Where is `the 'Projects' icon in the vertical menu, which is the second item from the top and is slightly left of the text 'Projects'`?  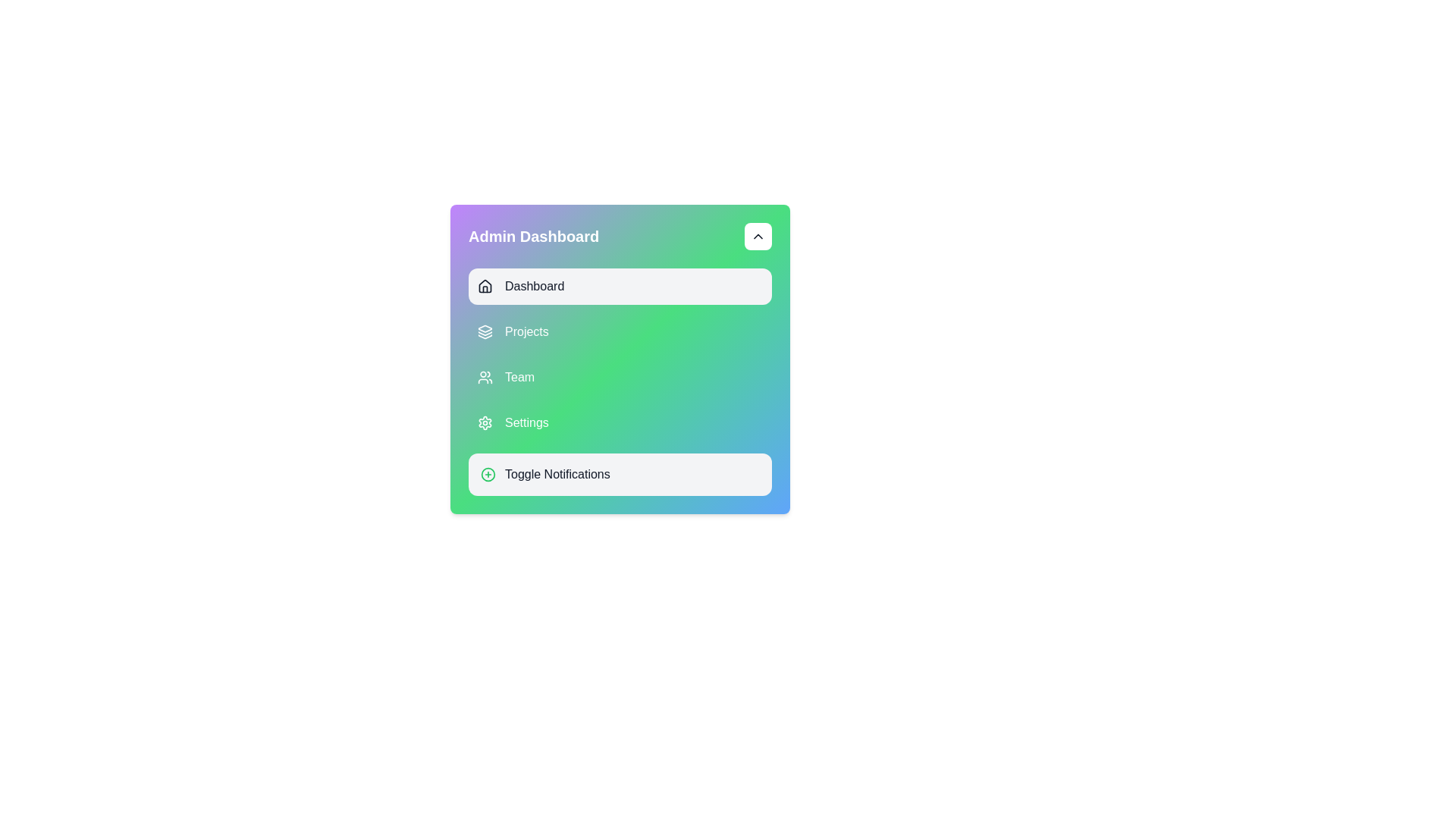
the 'Projects' icon in the vertical menu, which is the second item from the top and is slightly left of the text 'Projects' is located at coordinates (484, 331).